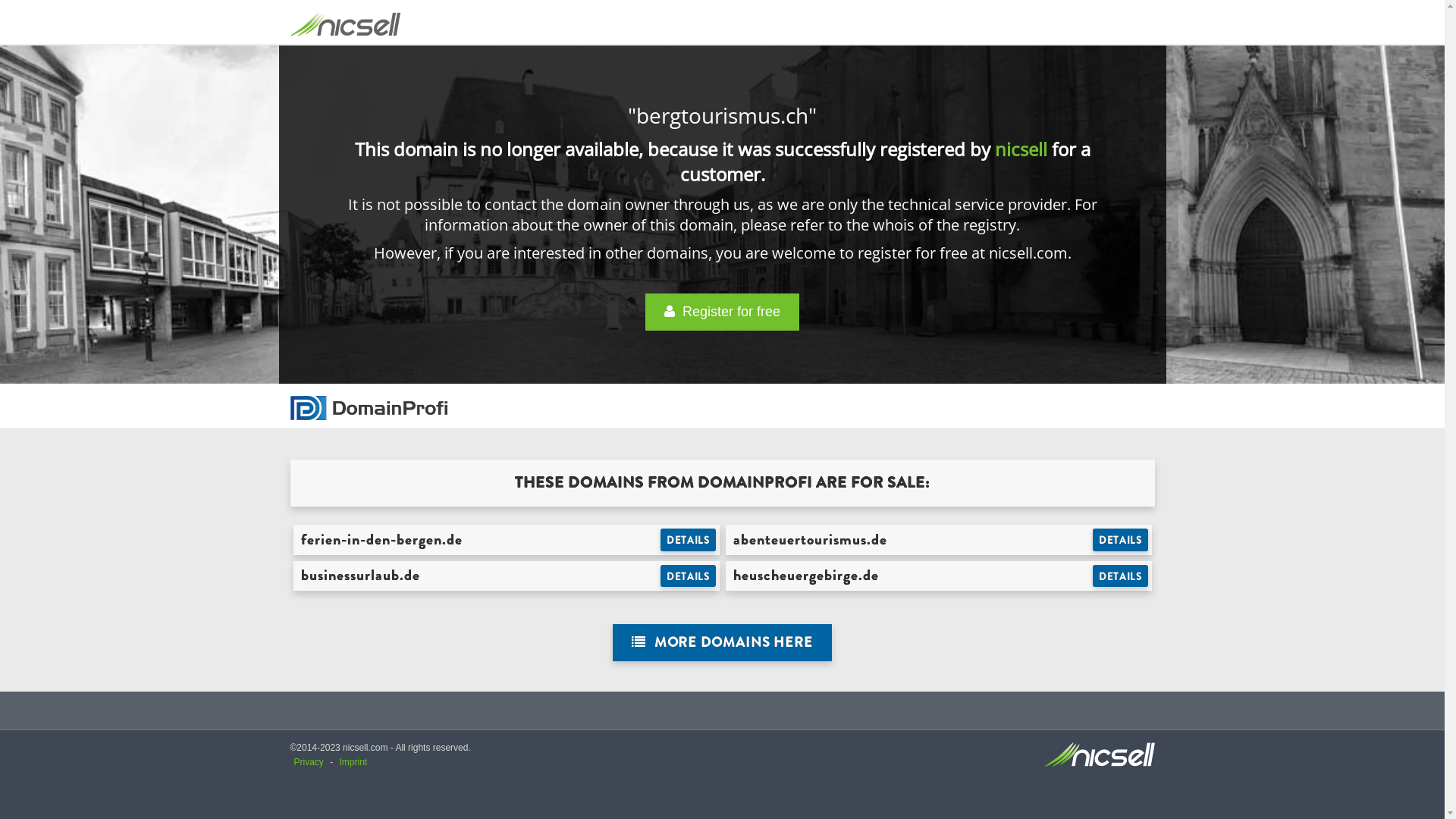  What do you see at coordinates (308, 762) in the screenshot?
I see `'Privacy'` at bounding box center [308, 762].